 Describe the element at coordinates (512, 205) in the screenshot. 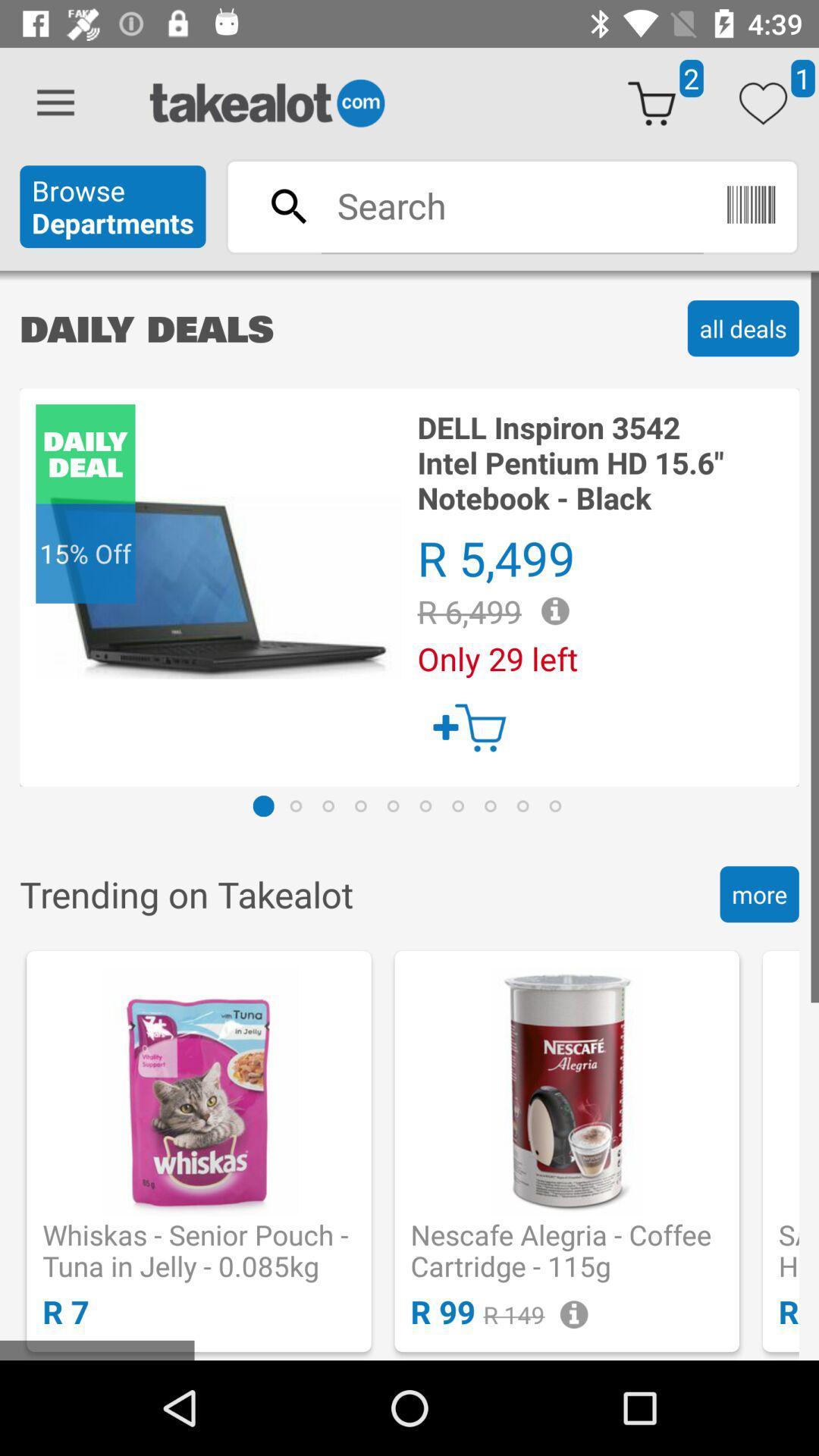

I see `search` at that location.